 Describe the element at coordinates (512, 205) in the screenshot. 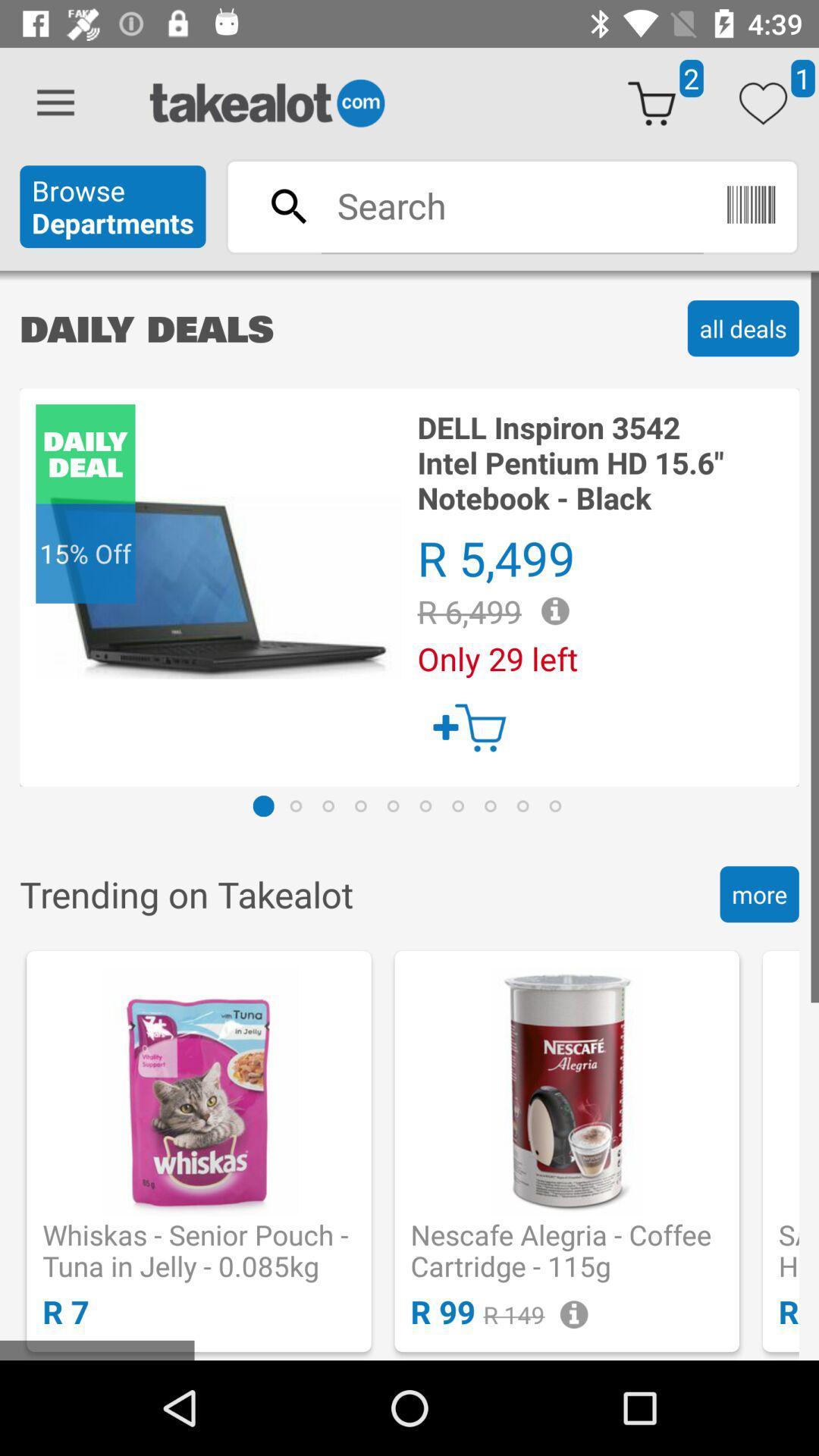

I see `search` at that location.